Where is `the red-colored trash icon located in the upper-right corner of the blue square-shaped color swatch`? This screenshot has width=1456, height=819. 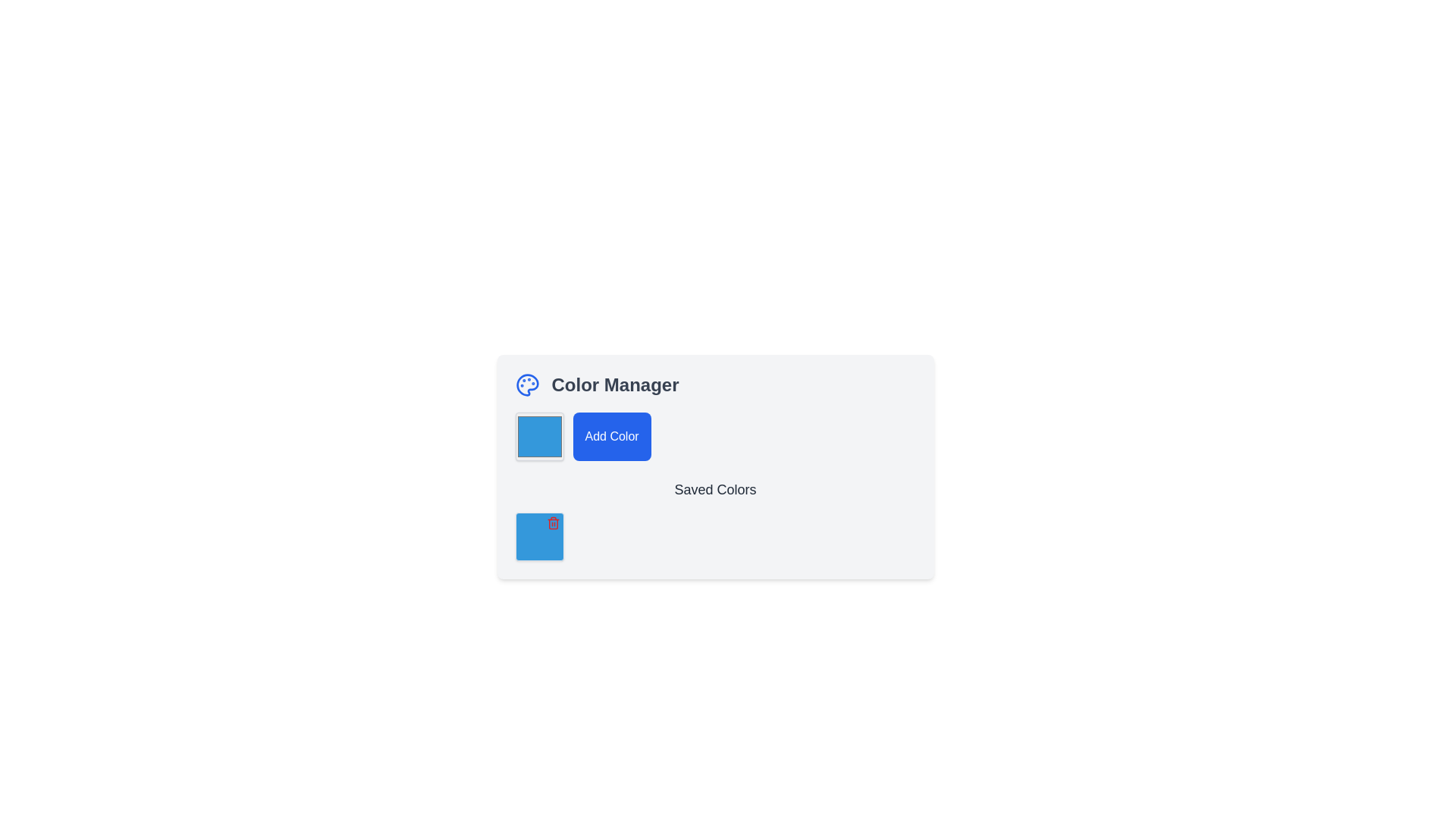
the red-colored trash icon located in the upper-right corner of the blue square-shaped color swatch is located at coordinates (539, 536).